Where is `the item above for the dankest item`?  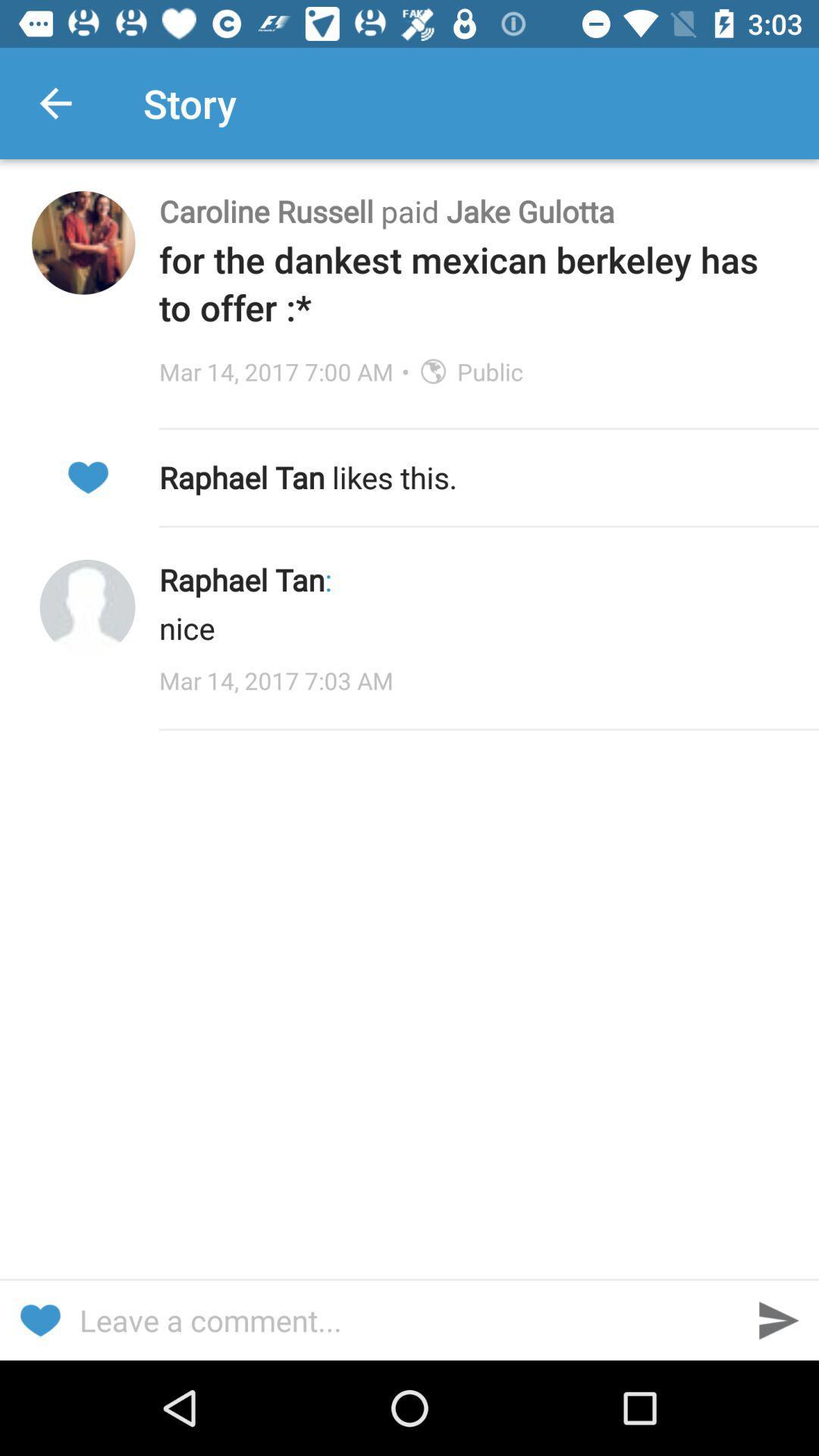
the item above for the dankest item is located at coordinates (472, 210).